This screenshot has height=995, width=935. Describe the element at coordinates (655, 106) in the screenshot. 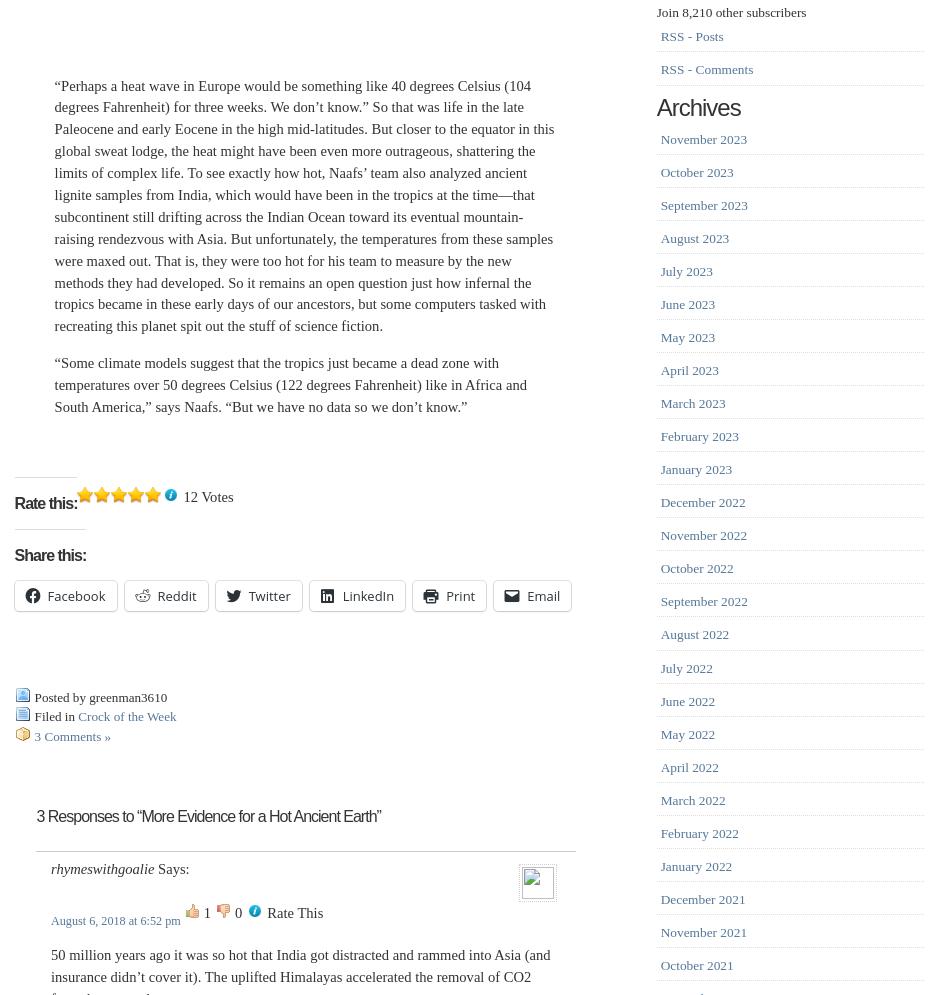

I see `'Archives'` at that location.